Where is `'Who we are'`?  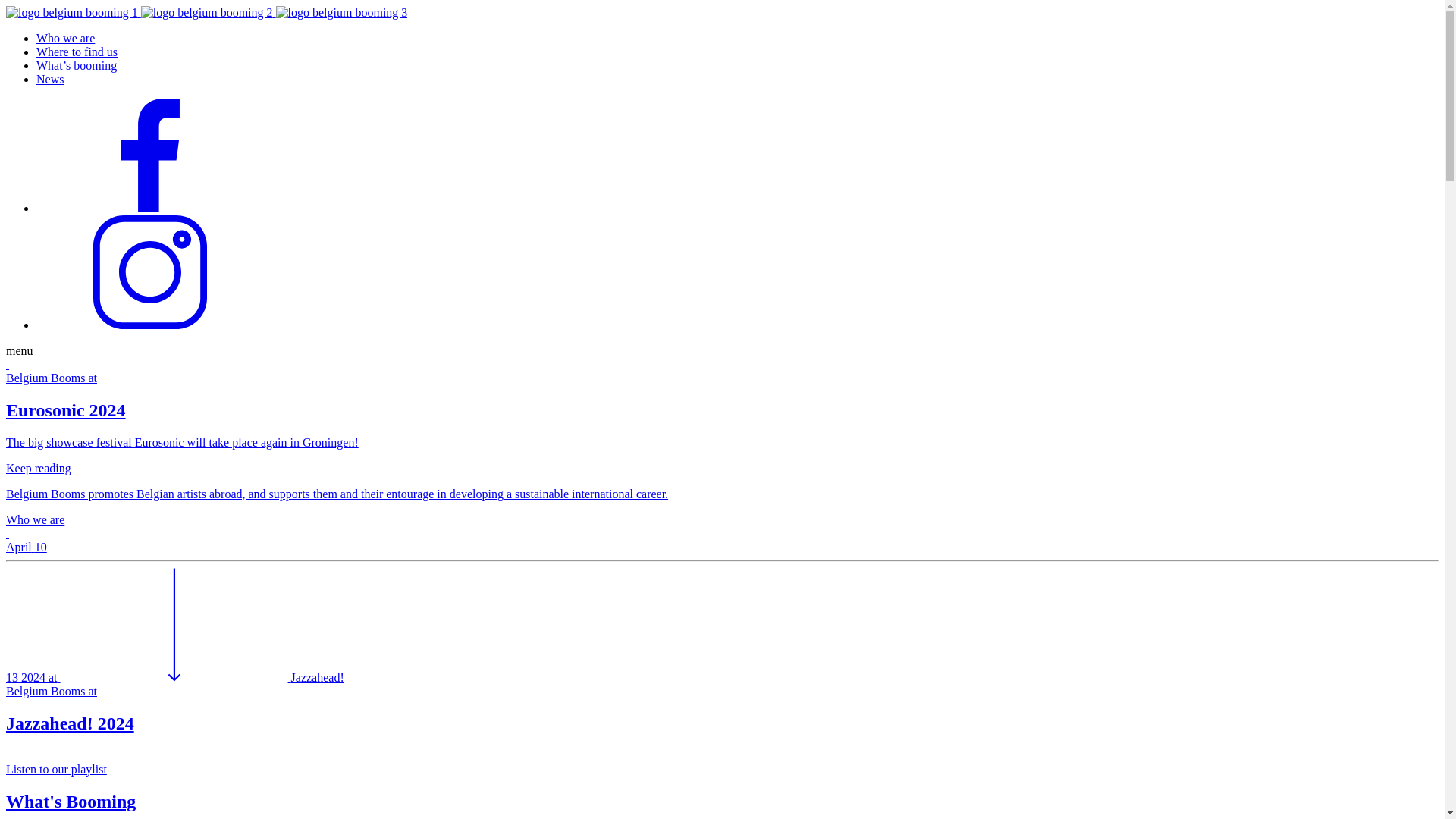 'Who we are' is located at coordinates (64, 37).